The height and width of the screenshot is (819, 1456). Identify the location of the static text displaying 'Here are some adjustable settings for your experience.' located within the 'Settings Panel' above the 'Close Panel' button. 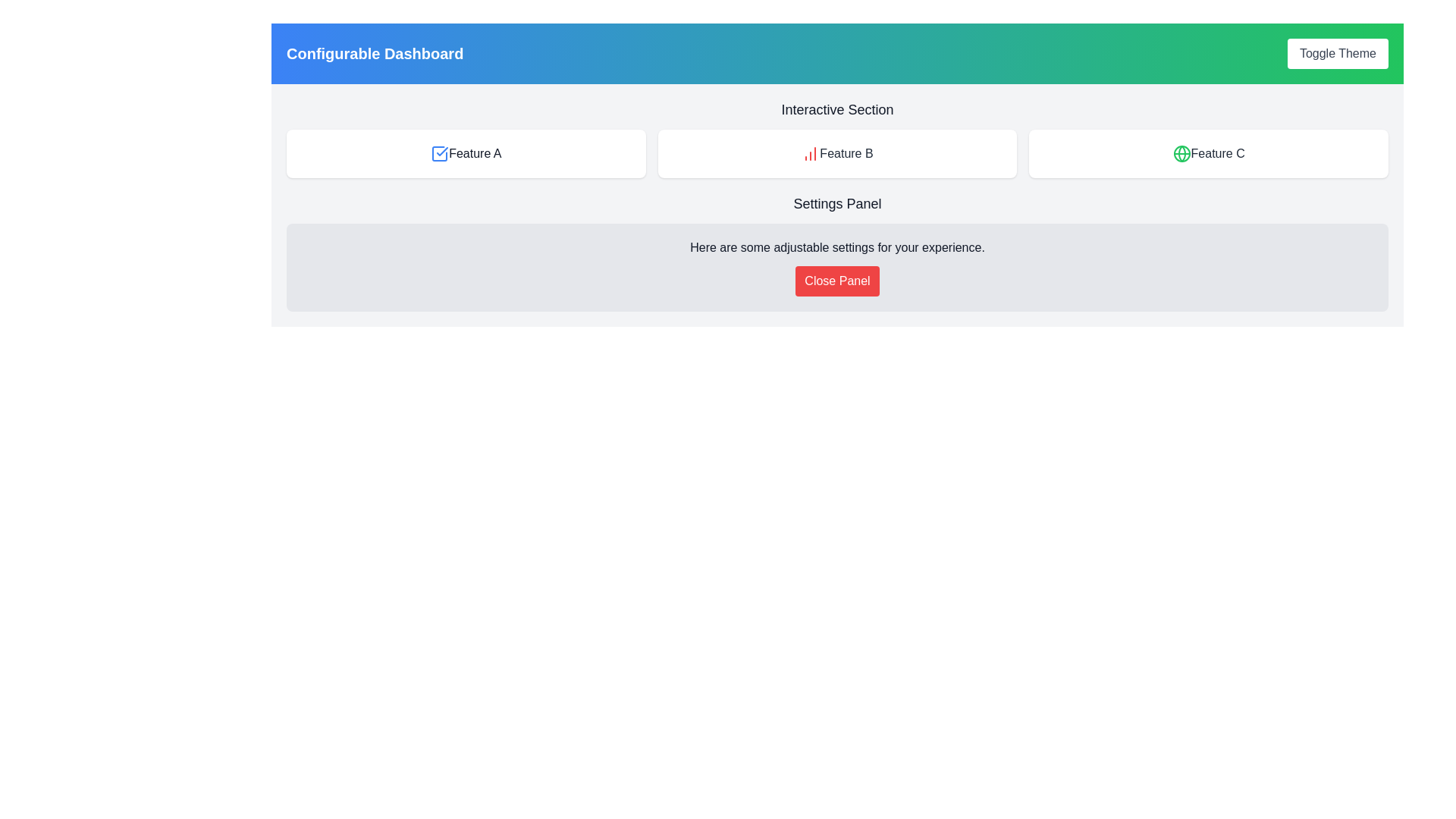
(836, 247).